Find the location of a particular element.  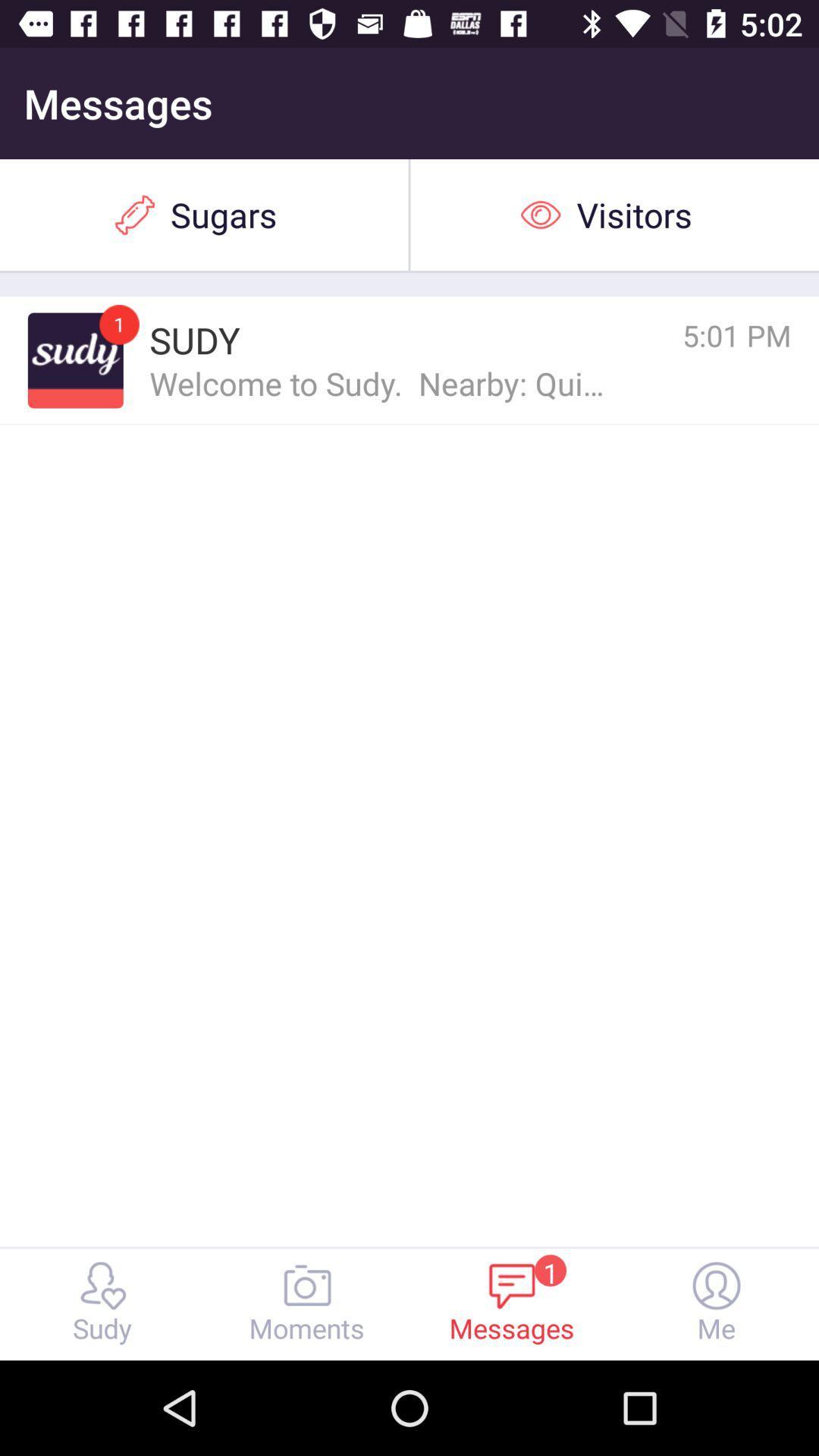

icon to the right of sudy is located at coordinates (669, 334).